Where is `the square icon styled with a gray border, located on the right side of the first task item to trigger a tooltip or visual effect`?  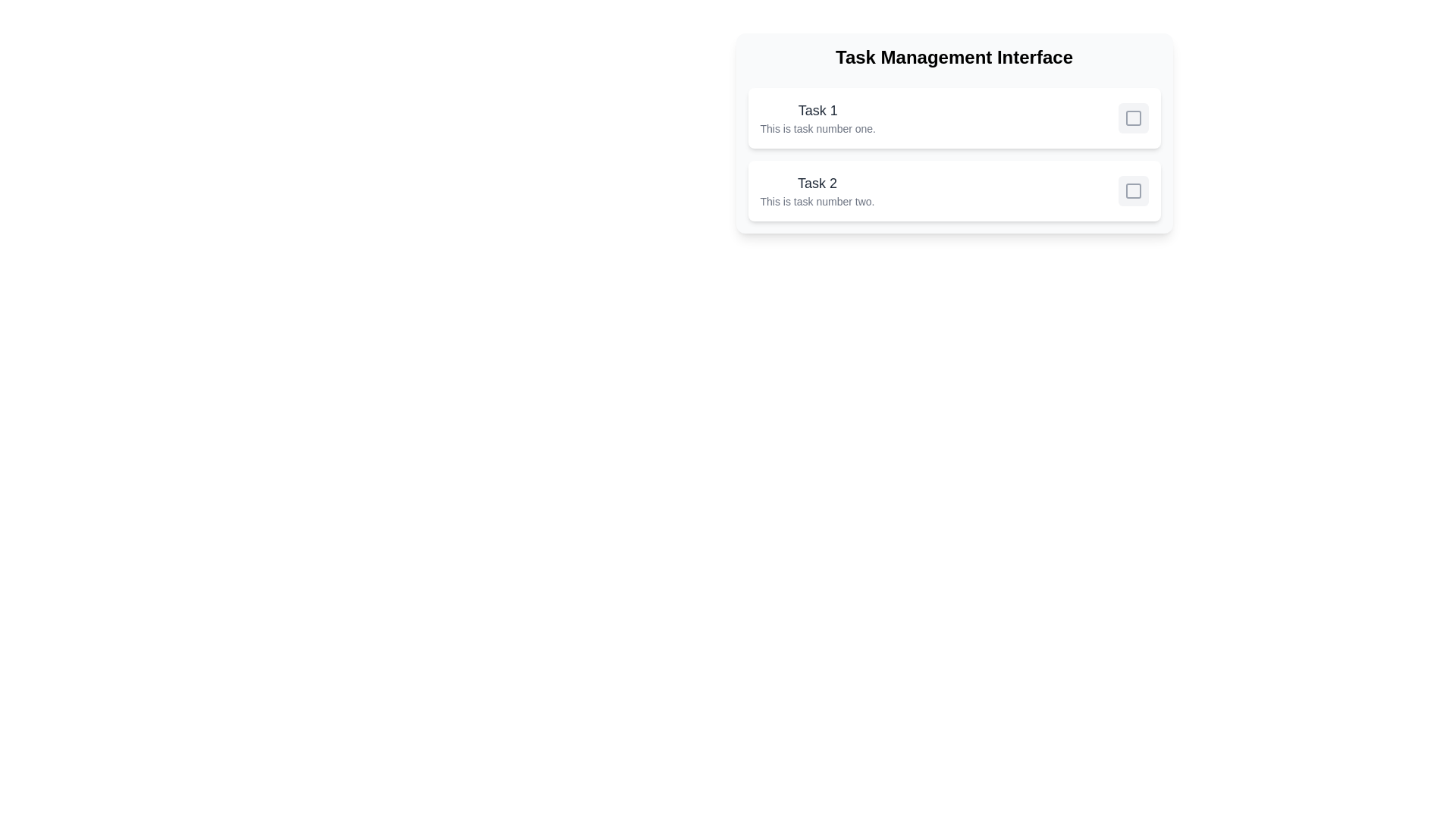 the square icon styled with a gray border, located on the right side of the first task item to trigger a tooltip or visual effect is located at coordinates (1133, 117).